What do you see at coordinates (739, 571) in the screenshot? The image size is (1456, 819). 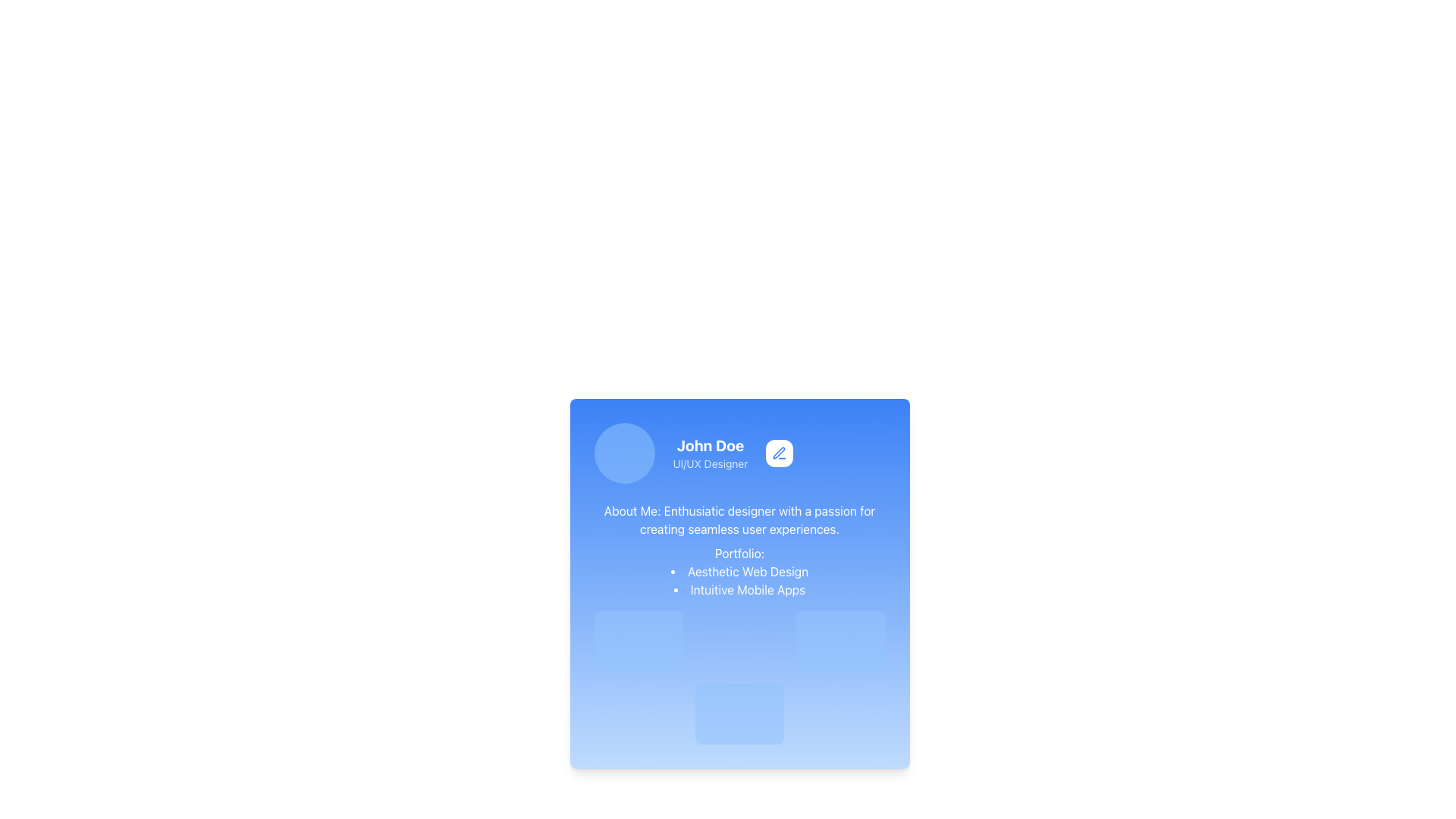 I see `the first list item text under the heading 'Portfolio:' in the card-like component, which represents an item in the portfolio of a UI/UX designer` at bounding box center [739, 571].